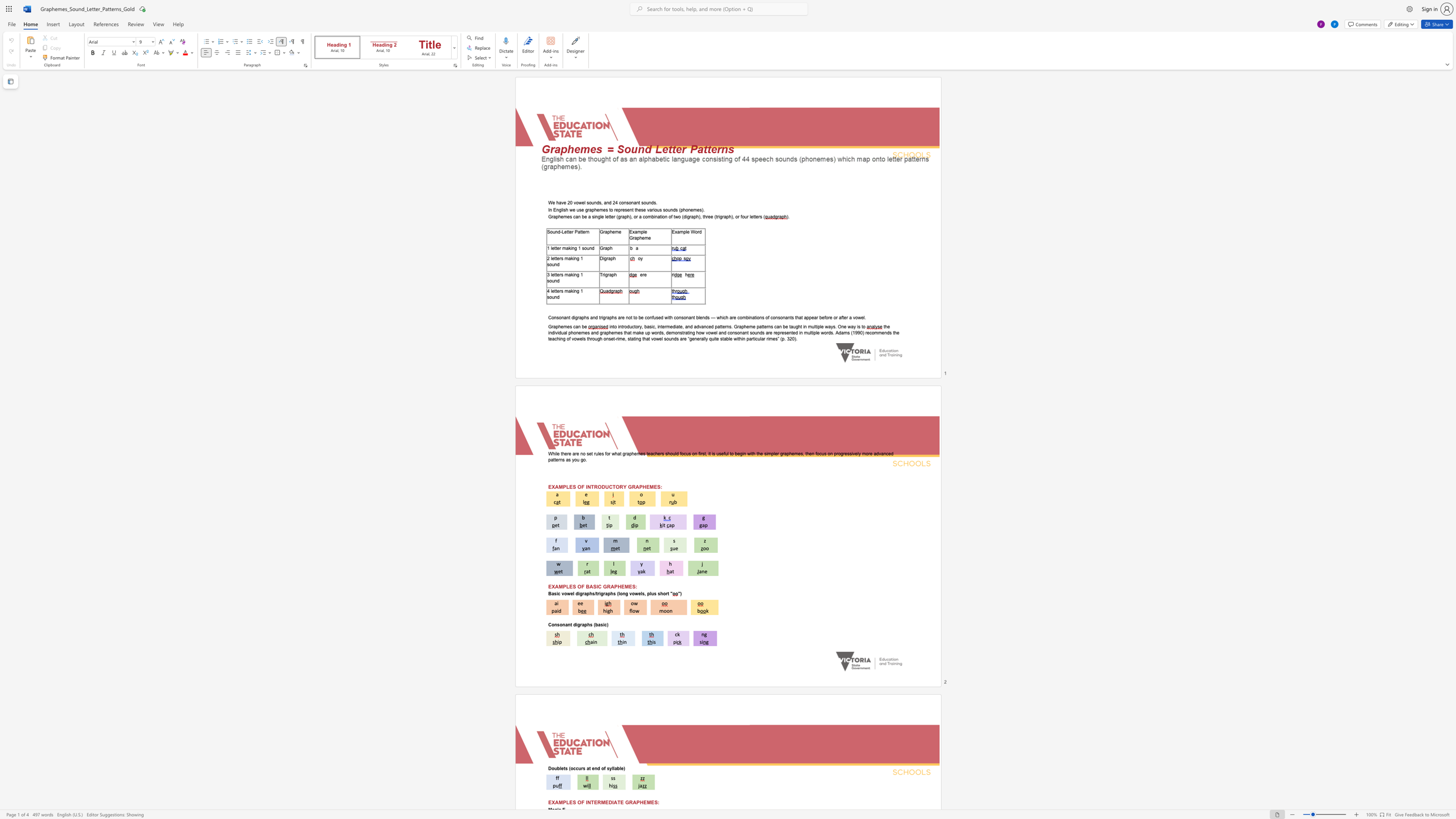  I want to click on the subset text "aking" within the text "2 letters making 1 sound", so click(569, 258).